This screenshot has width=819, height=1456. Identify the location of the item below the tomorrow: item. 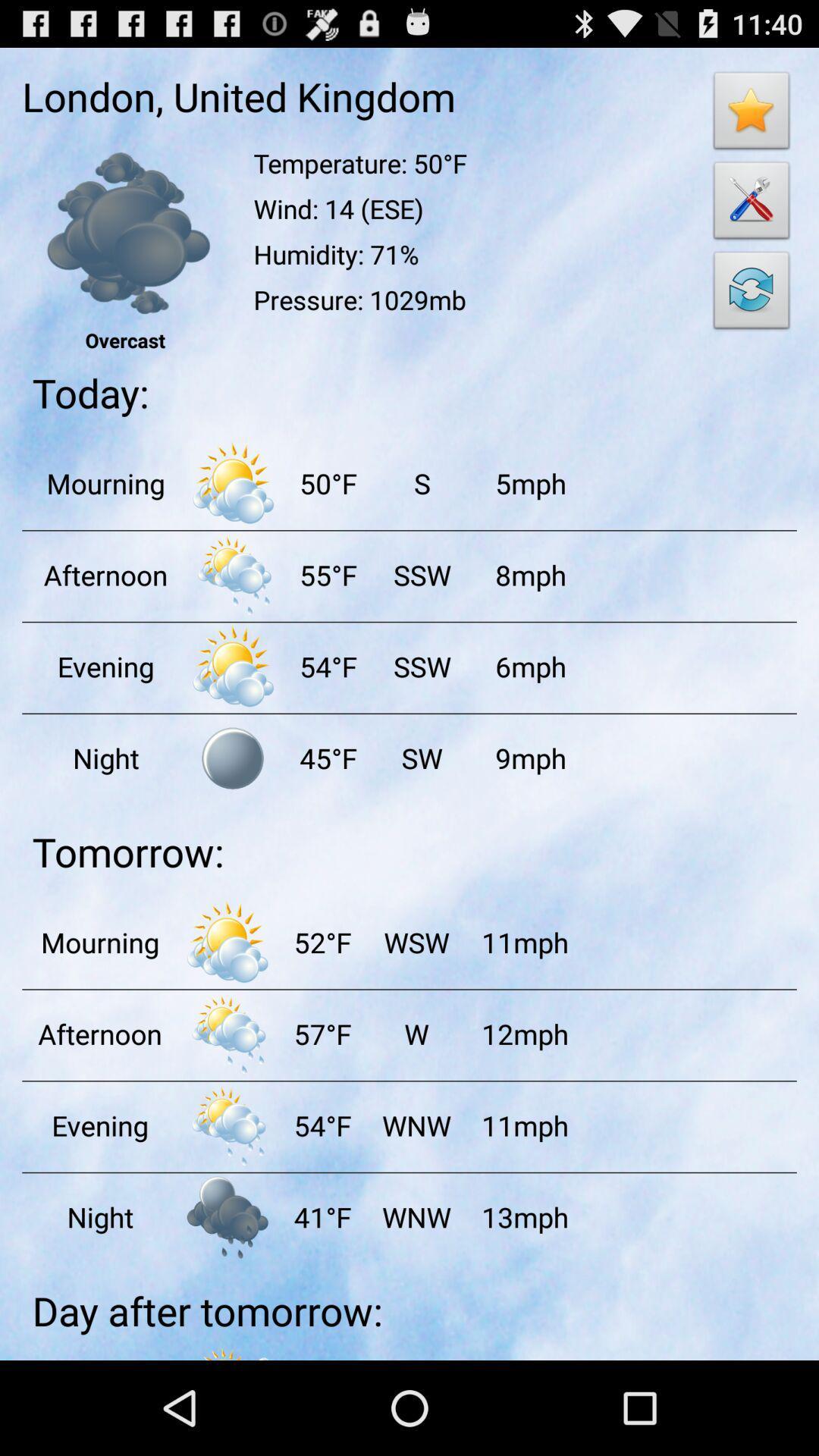
(322, 941).